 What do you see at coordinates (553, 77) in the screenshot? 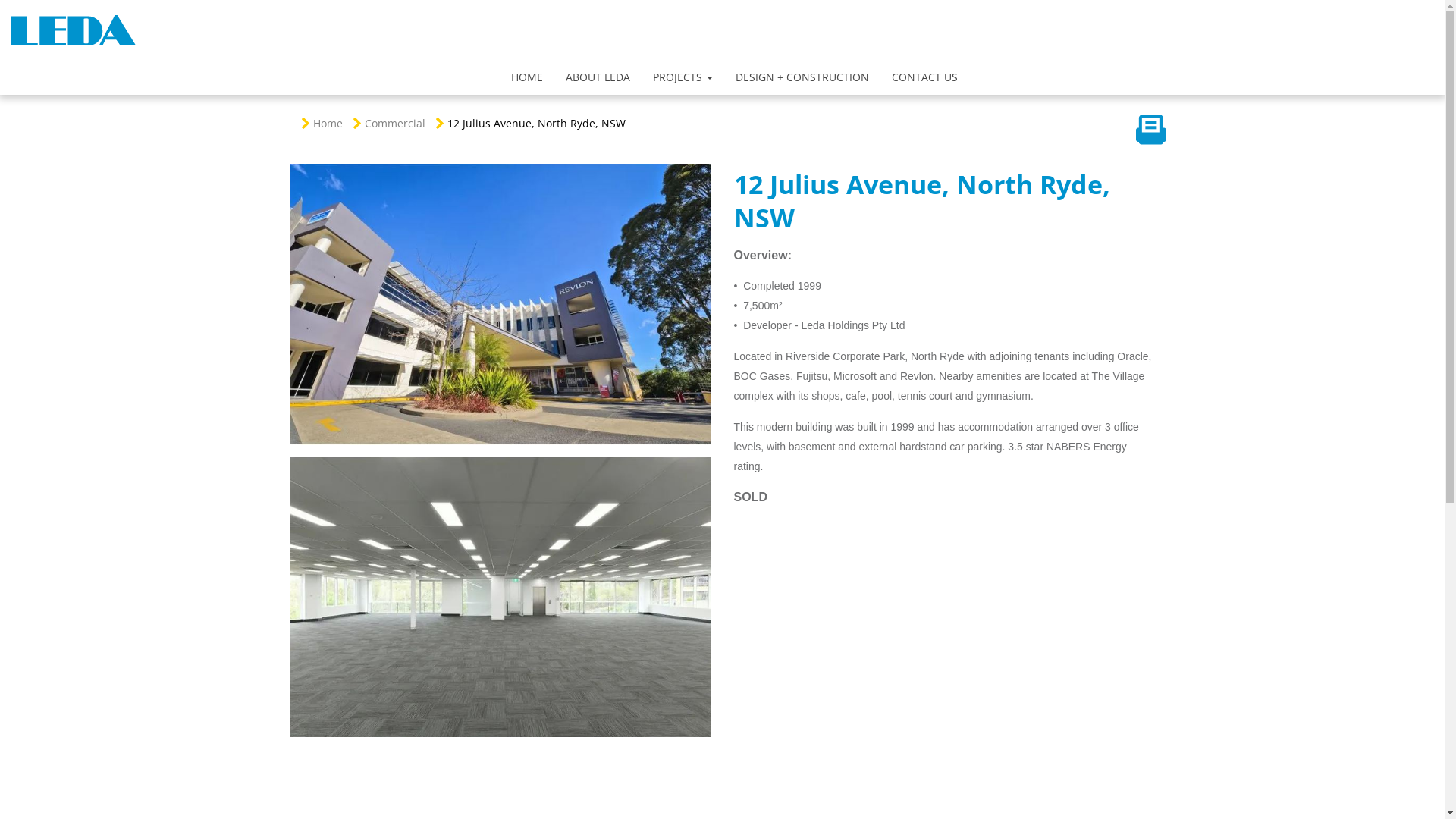
I see `'ABOUT LEDA'` at bounding box center [553, 77].